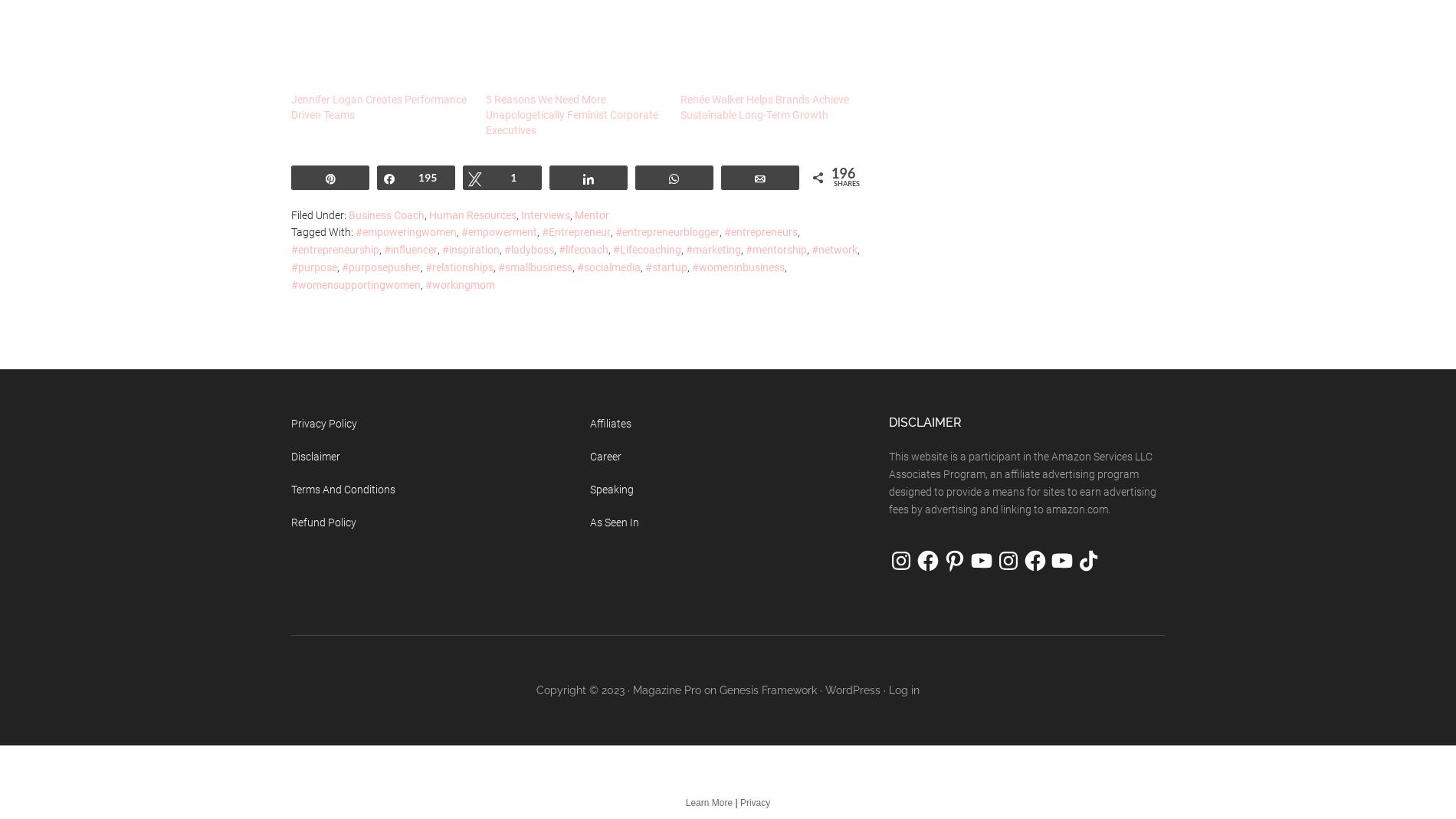 This screenshot has width=1456, height=819. Describe the element at coordinates (707, 803) in the screenshot. I see `'Learn More'` at that location.